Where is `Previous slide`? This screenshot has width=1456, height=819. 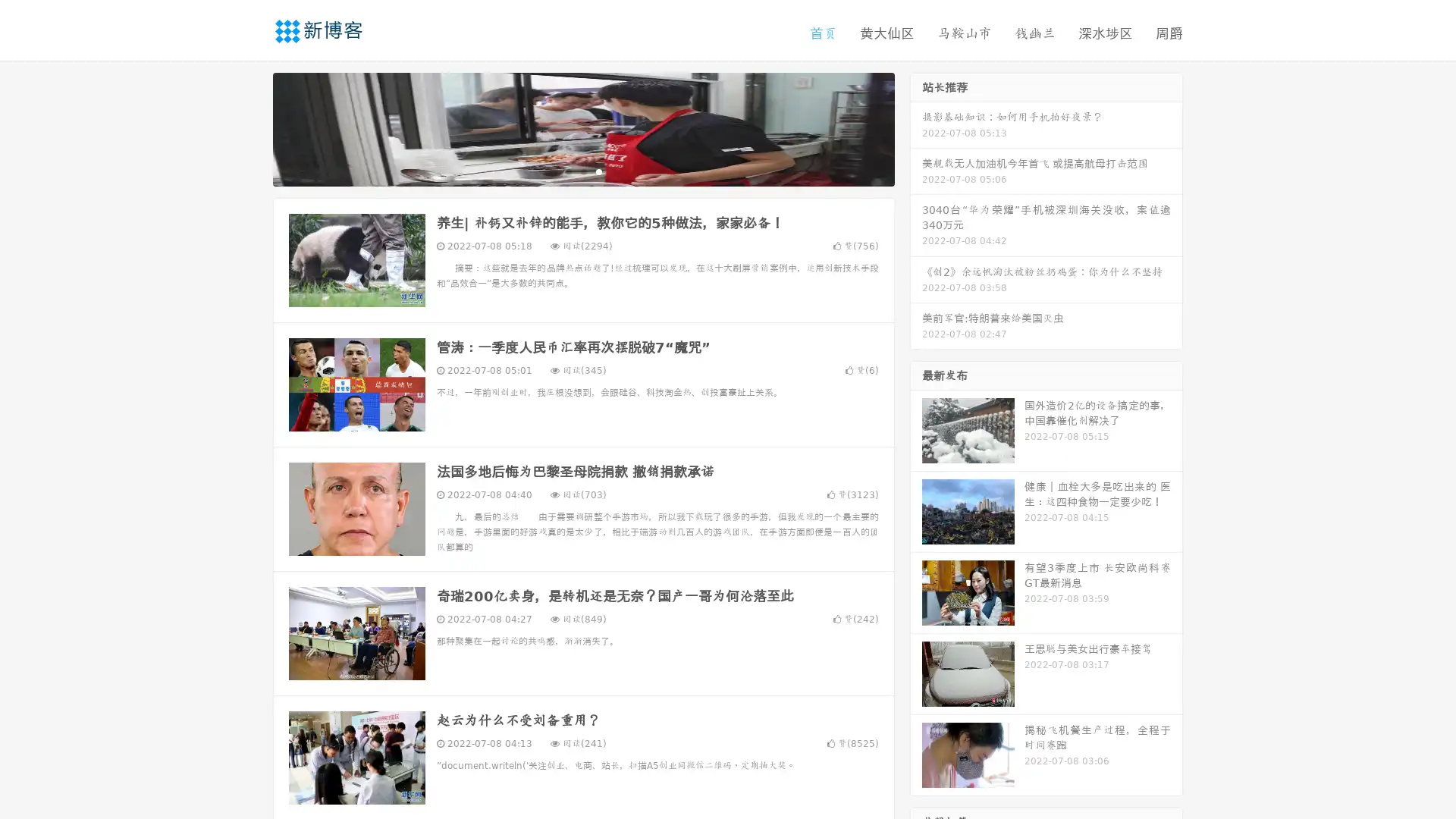
Previous slide is located at coordinates (250, 127).